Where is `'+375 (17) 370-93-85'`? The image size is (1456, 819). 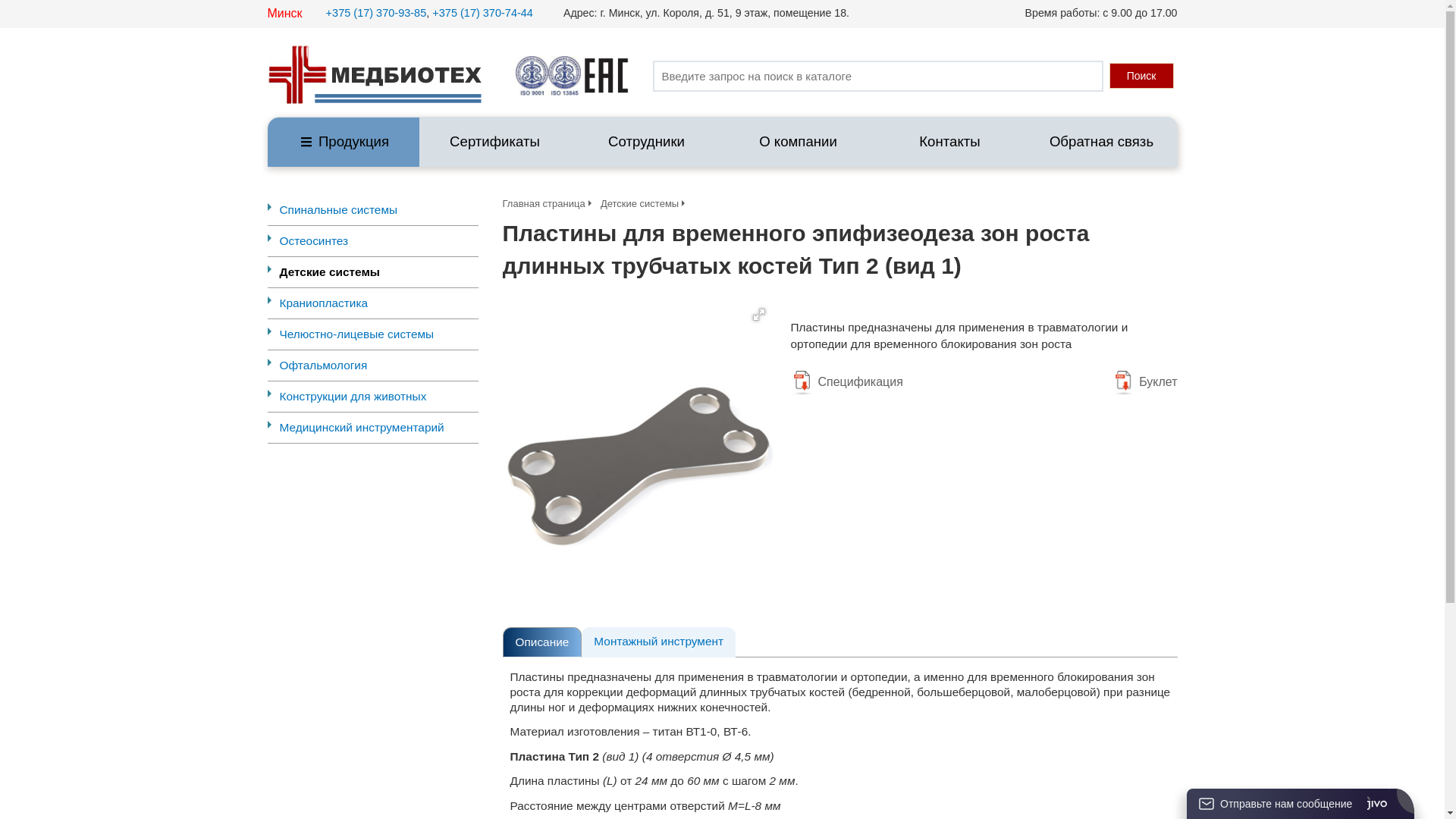
'+375 (17) 370-93-85' is located at coordinates (376, 12).